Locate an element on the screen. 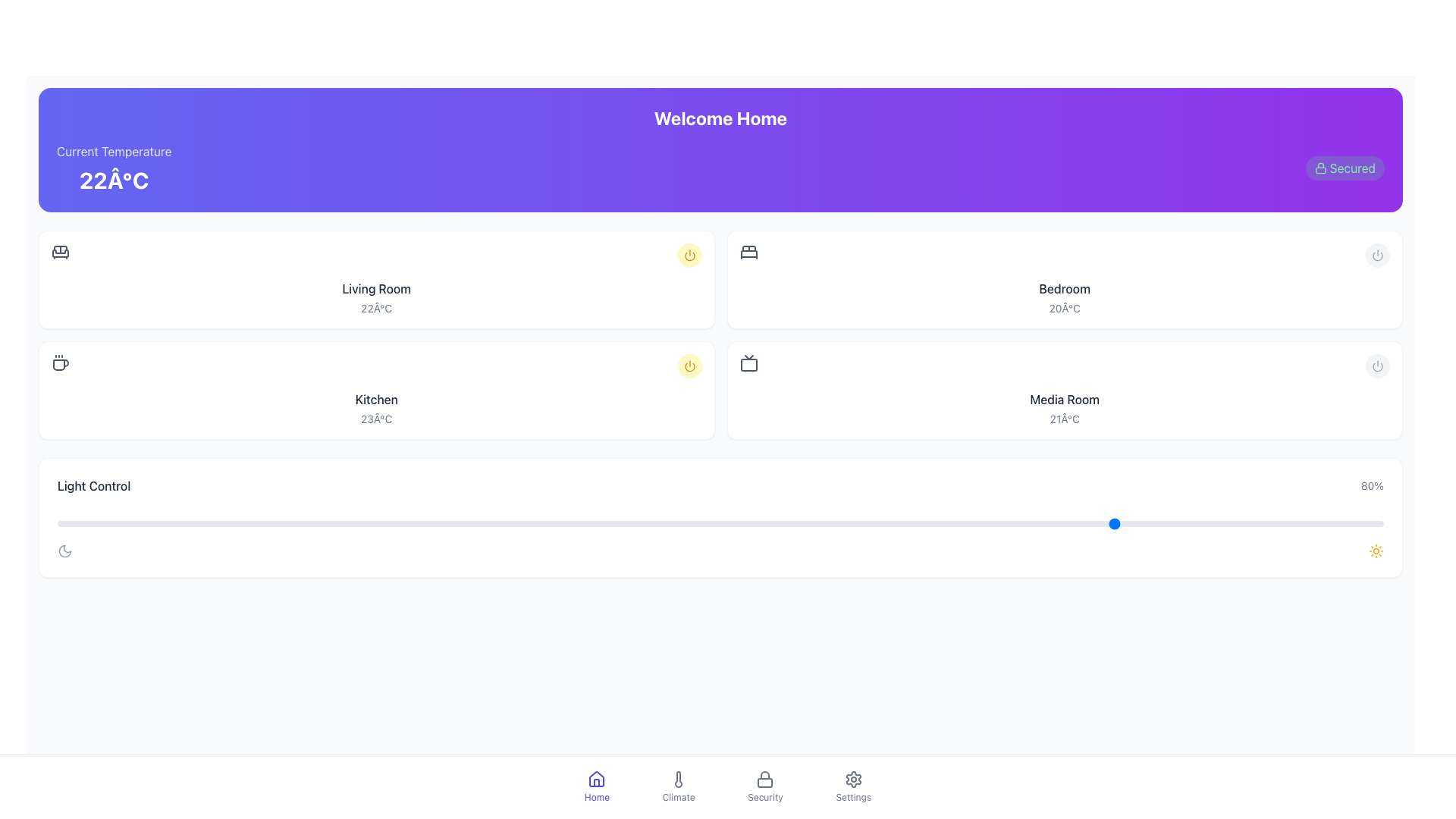  the toggle button located in the top-right portion of the 'Living Room' section is located at coordinates (689, 254).